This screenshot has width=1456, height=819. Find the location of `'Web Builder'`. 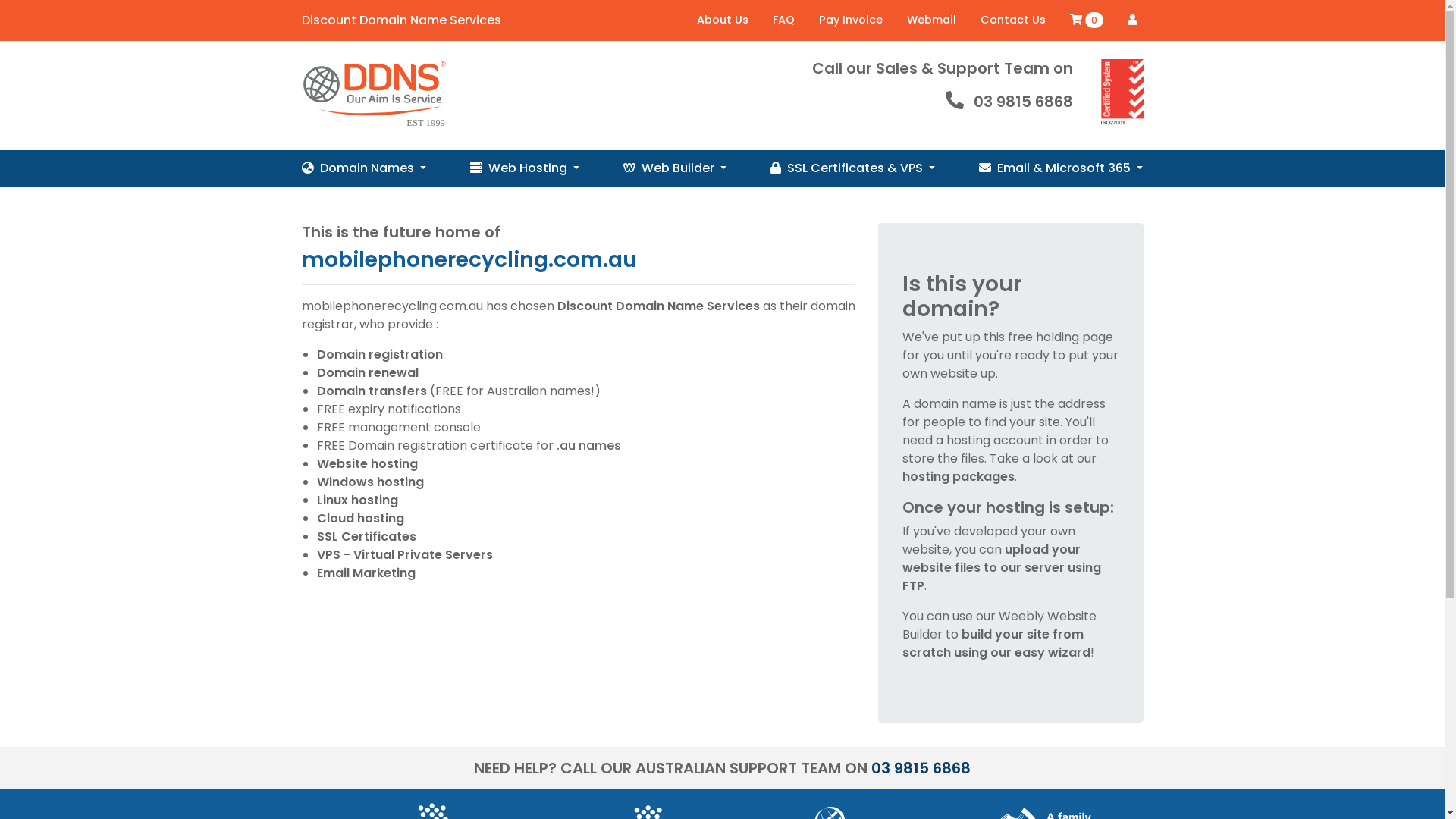

'Web Builder' is located at coordinates (673, 168).